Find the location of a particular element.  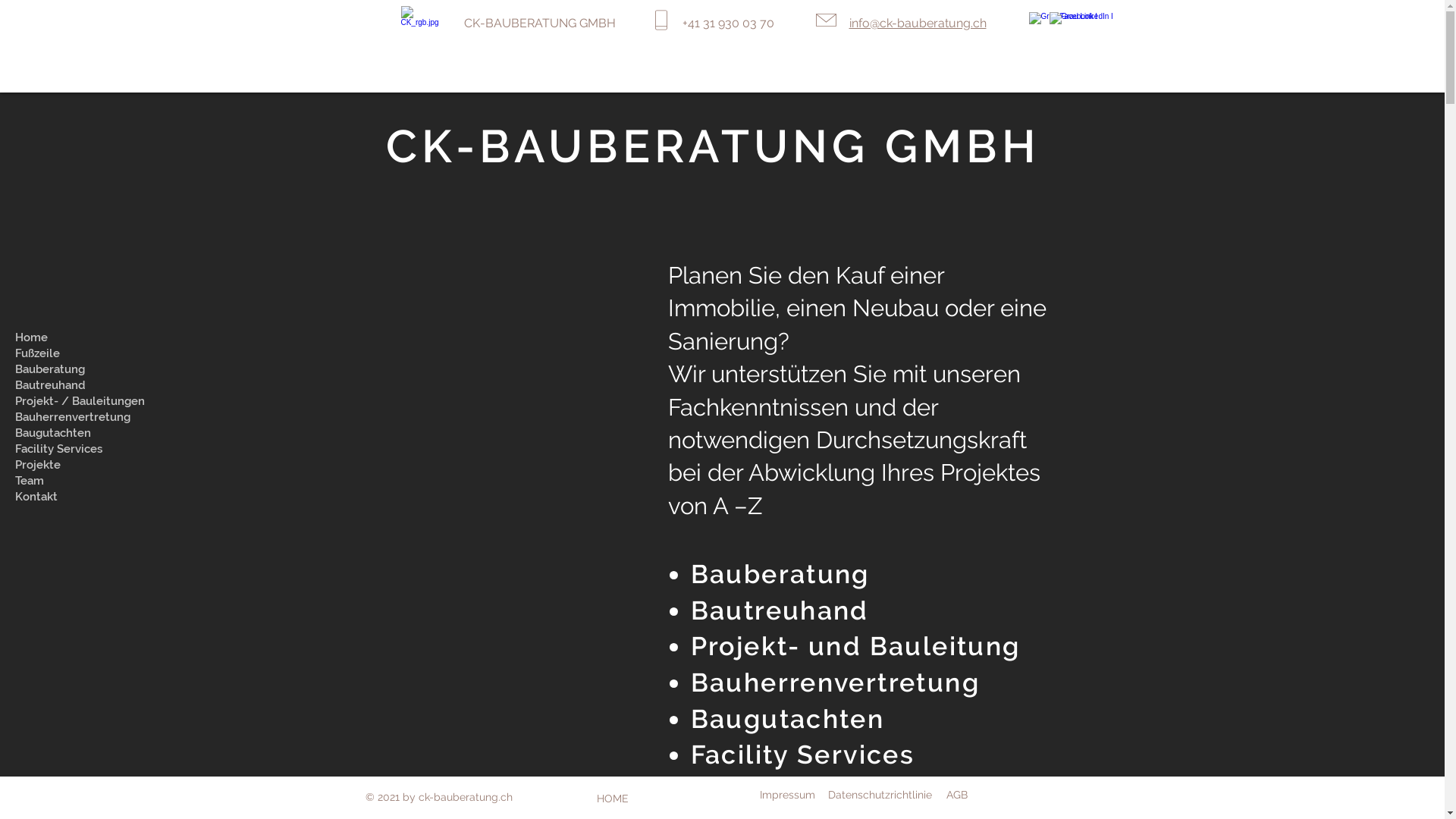

'Bauberatung' is located at coordinates (780, 573).